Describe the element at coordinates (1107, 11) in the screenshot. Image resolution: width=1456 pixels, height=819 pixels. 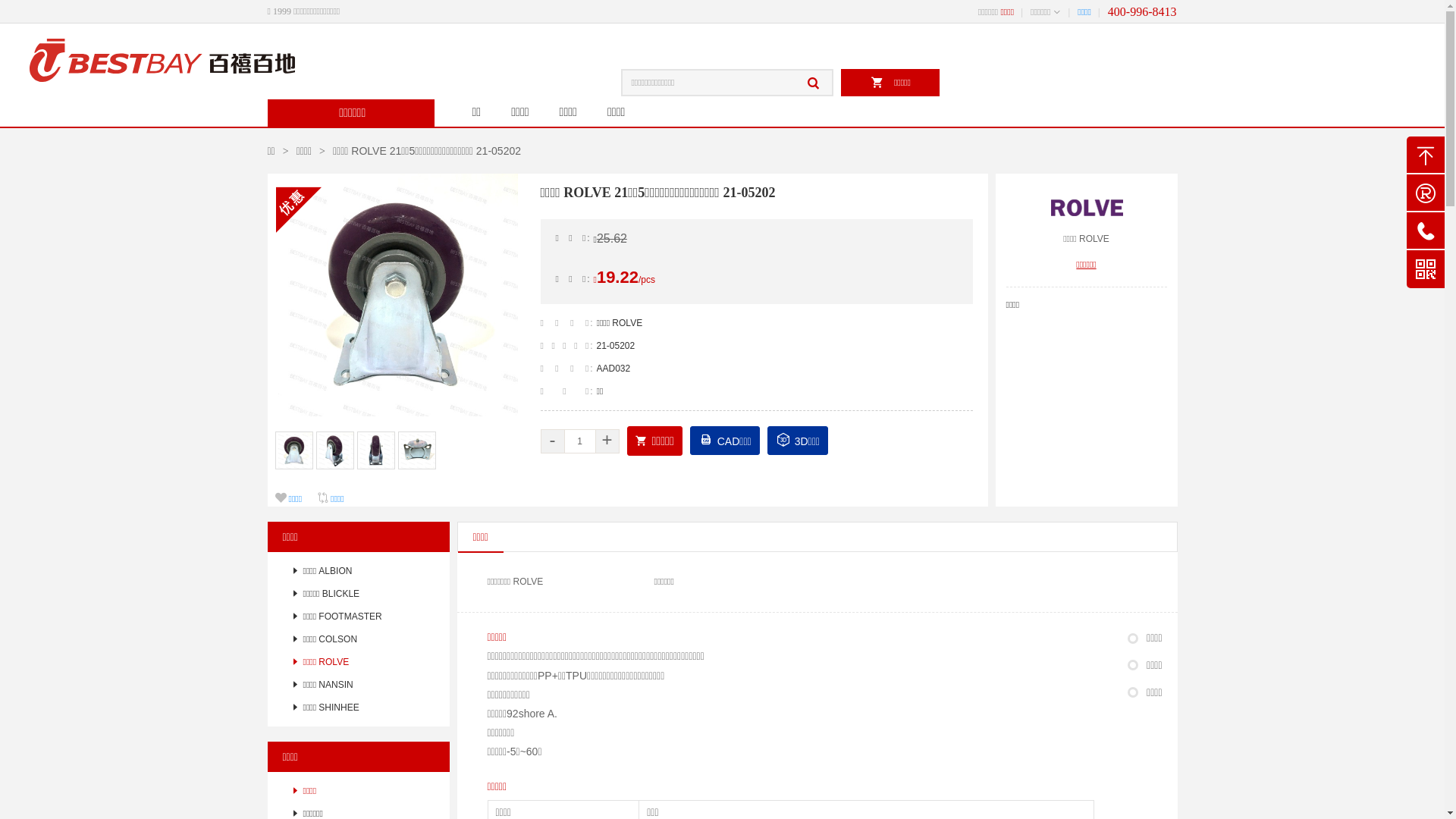
I see `'400-996-8413'` at that location.